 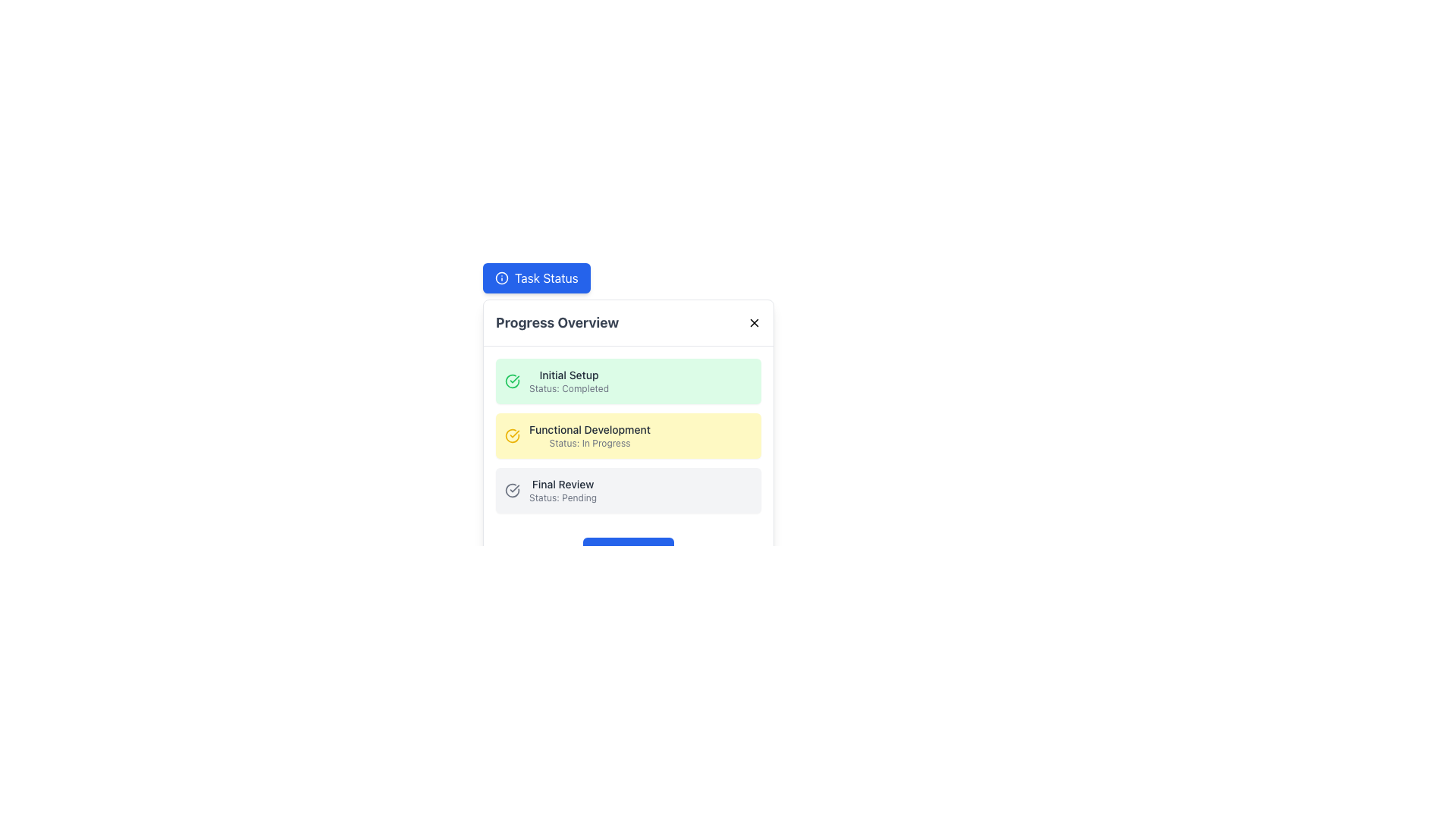 What do you see at coordinates (502, 278) in the screenshot?
I see `the icon located inside the 'Task Status' button, which is positioned at the top-left quadrant of the interface` at bounding box center [502, 278].